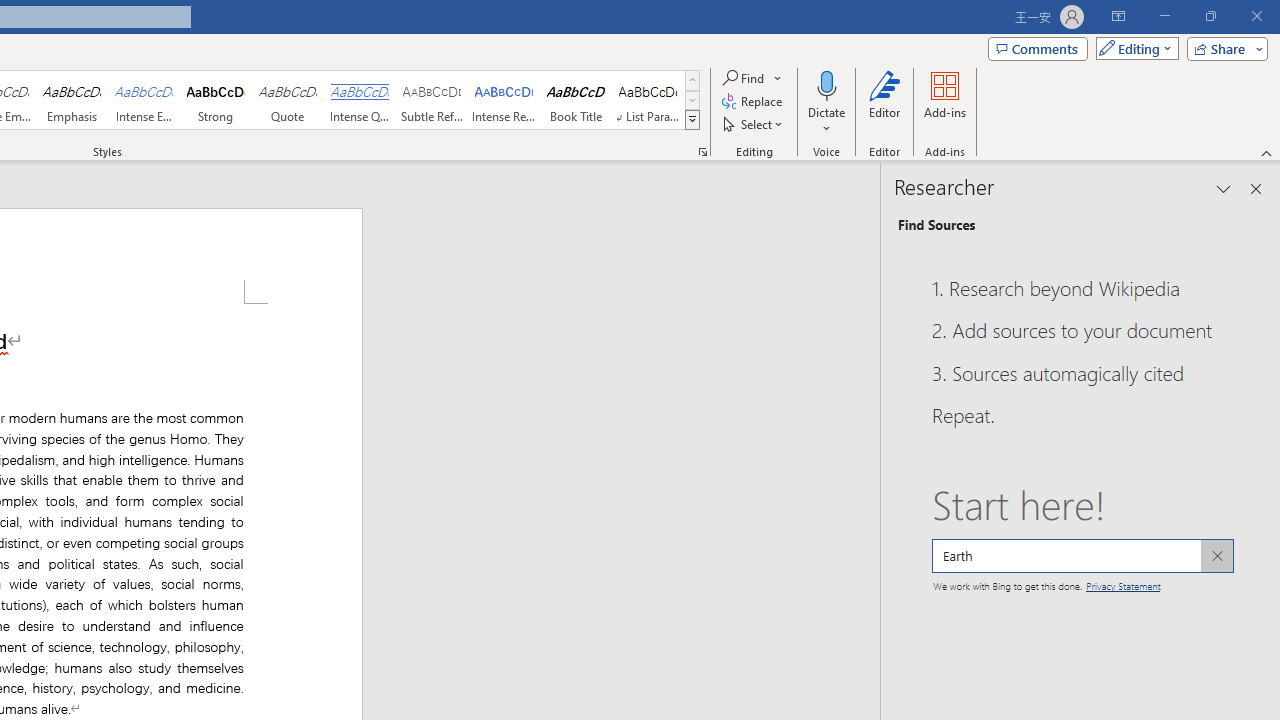  I want to click on 'Cancel', so click(1215, 555).